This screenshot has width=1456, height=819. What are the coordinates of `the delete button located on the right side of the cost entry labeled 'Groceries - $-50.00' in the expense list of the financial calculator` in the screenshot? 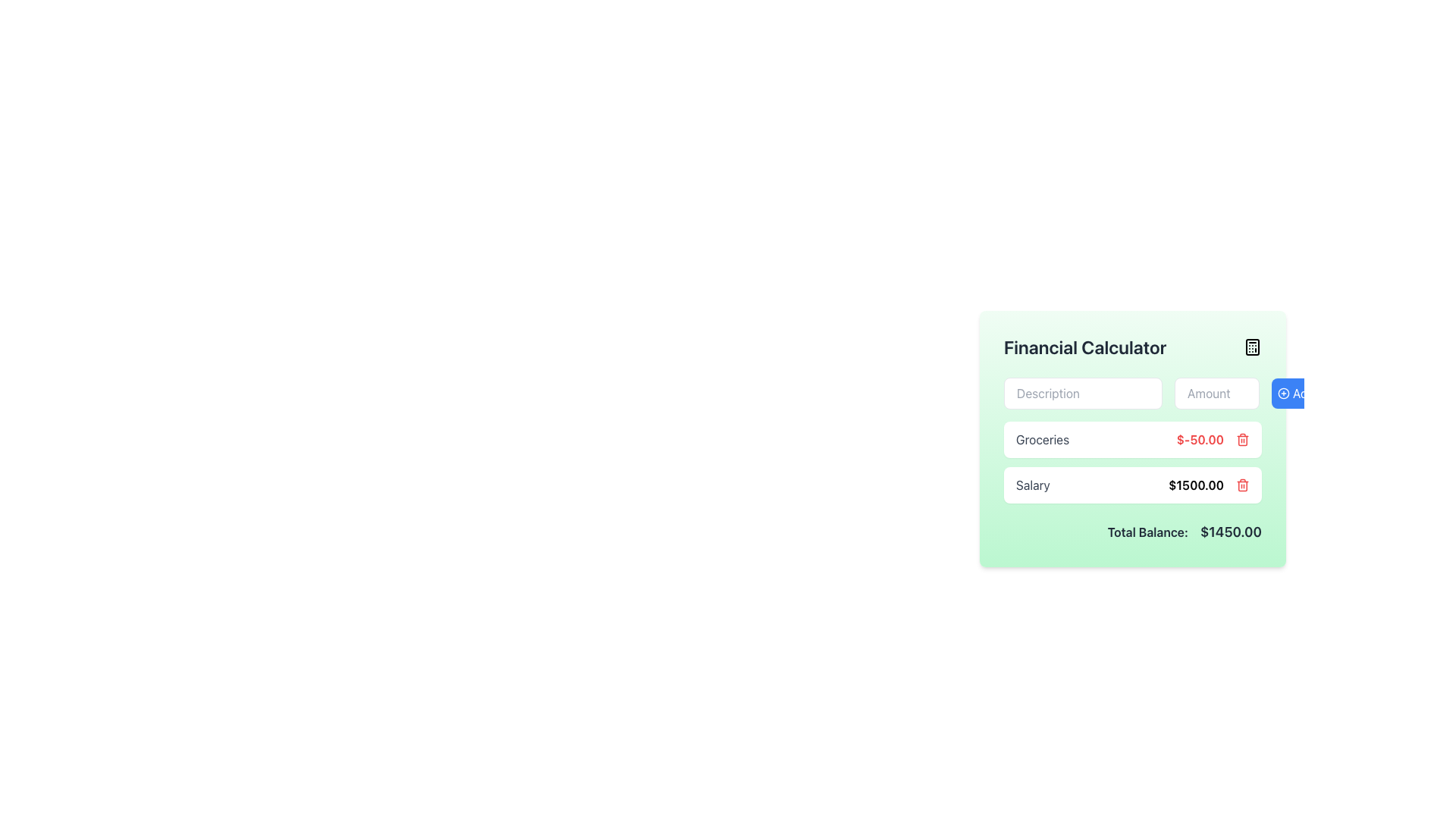 It's located at (1242, 439).